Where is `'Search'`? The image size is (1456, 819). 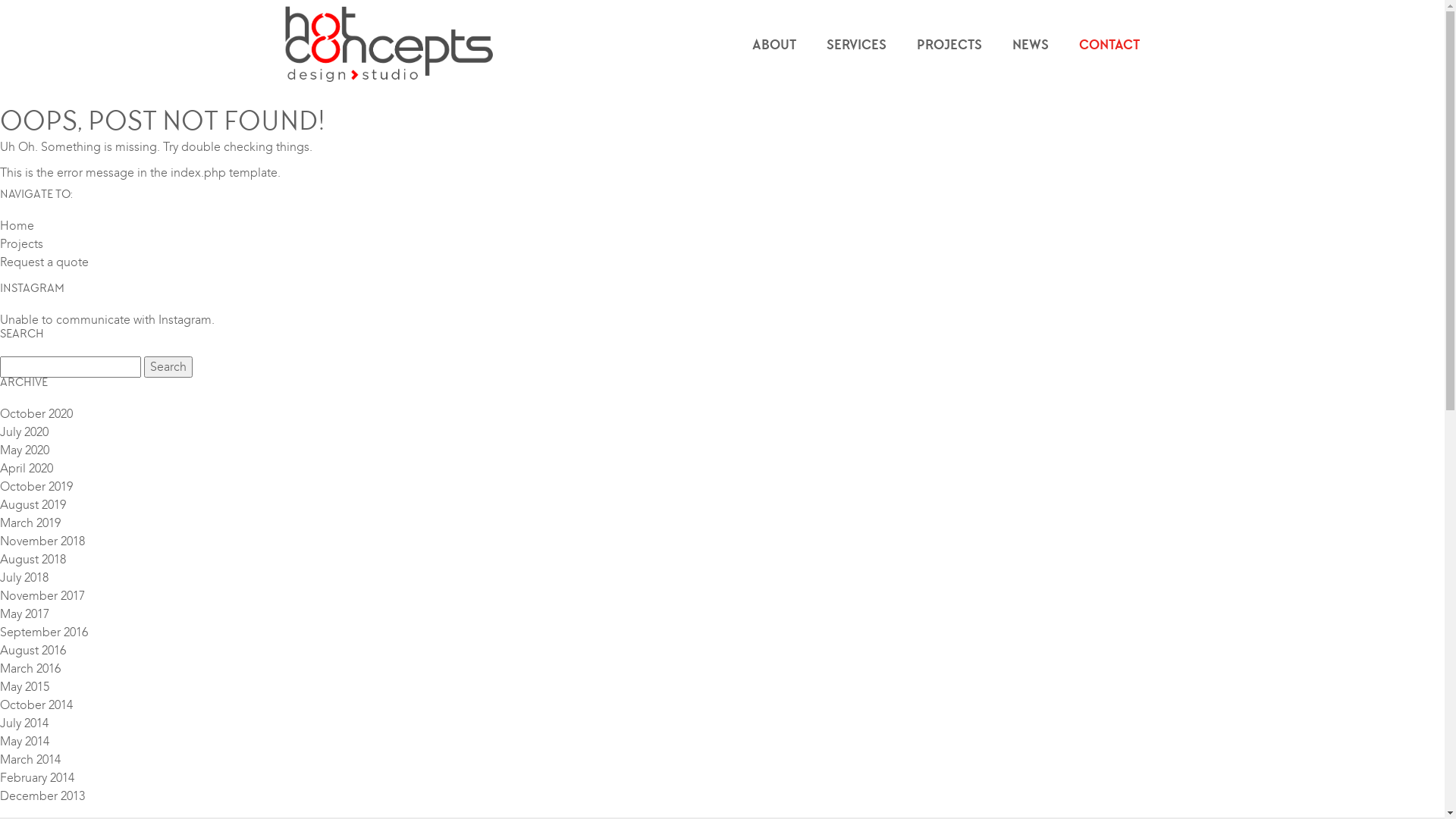 'Search' is located at coordinates (168, 366).